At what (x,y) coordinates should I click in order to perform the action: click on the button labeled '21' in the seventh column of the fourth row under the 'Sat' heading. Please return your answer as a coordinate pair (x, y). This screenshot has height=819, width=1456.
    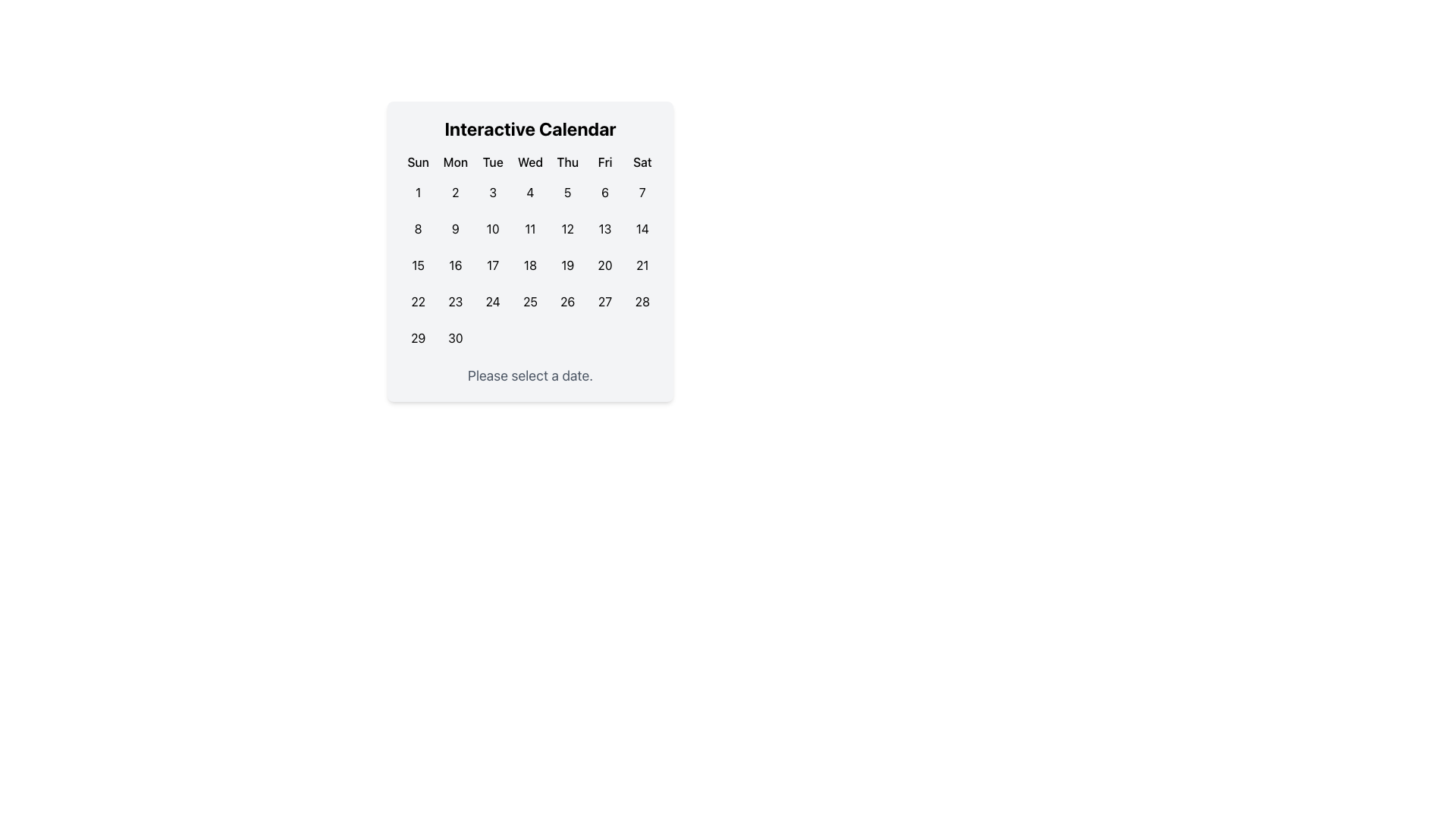
    Looking at the image, I should click on (642, 265).